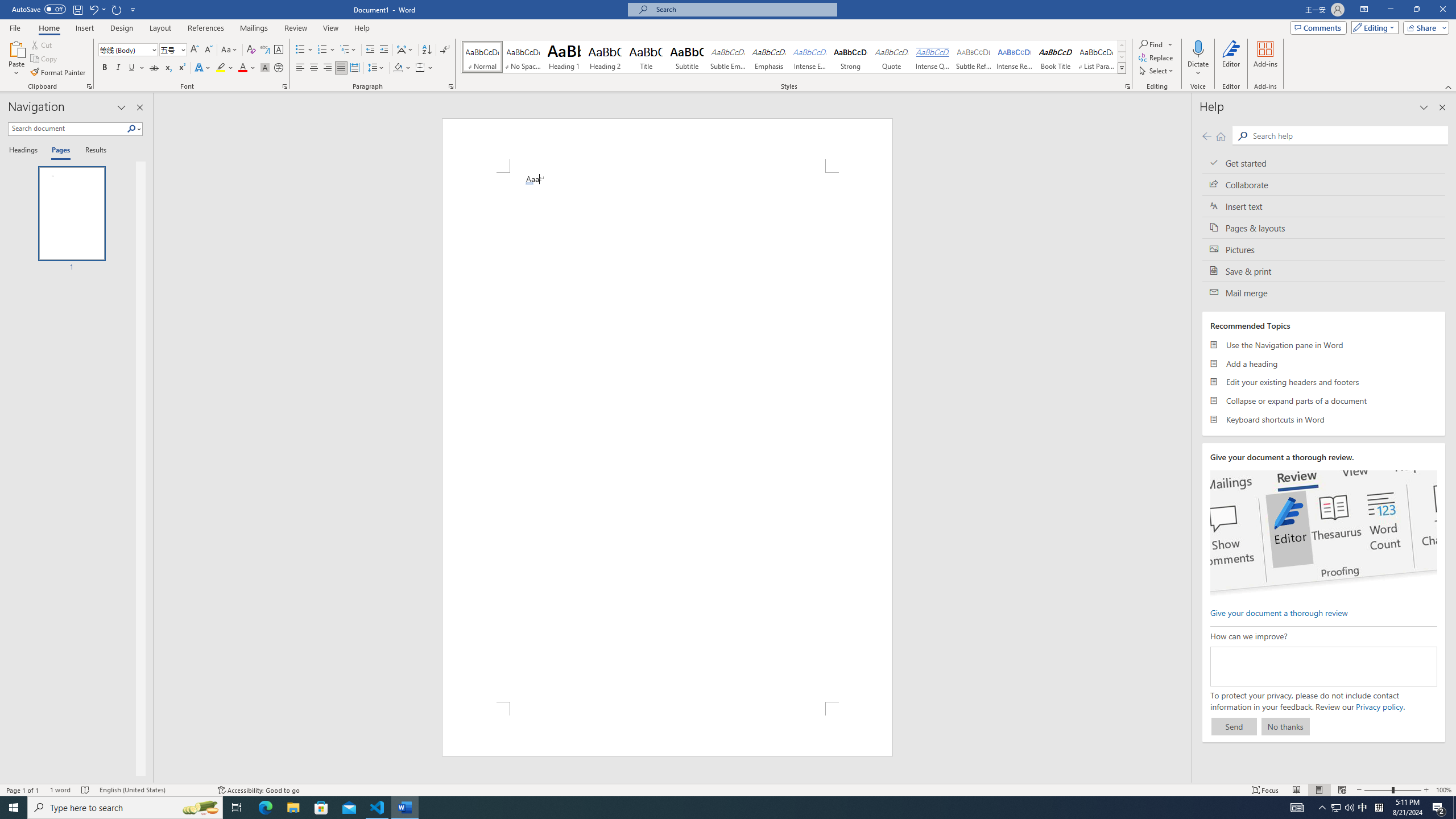  Describe the element at coordinates (91, 150) in the screenshot. I see `'Results'` at that location.